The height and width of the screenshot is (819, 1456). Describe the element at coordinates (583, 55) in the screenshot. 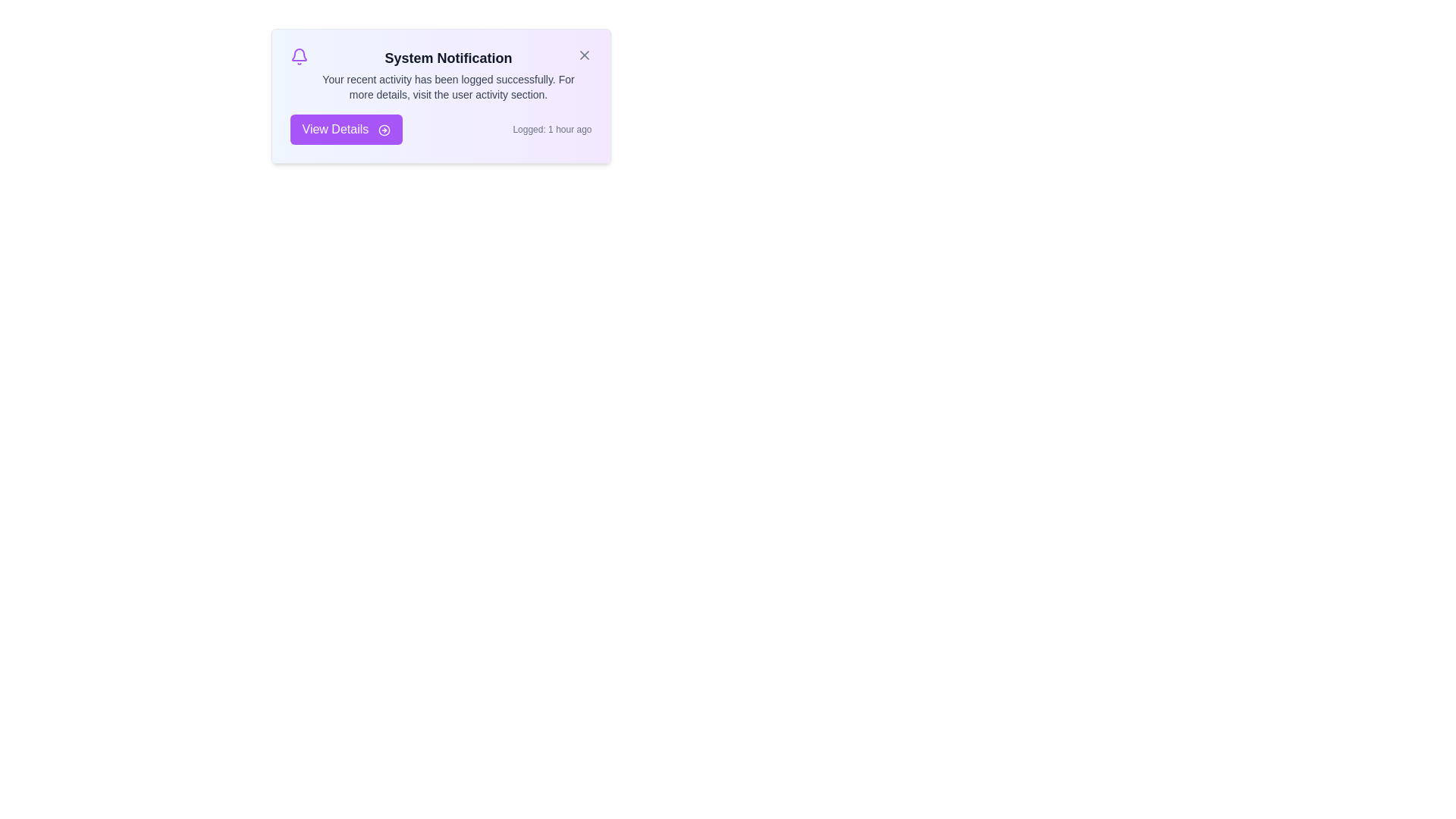

I see `the close button to dismiss the notification` at that location.